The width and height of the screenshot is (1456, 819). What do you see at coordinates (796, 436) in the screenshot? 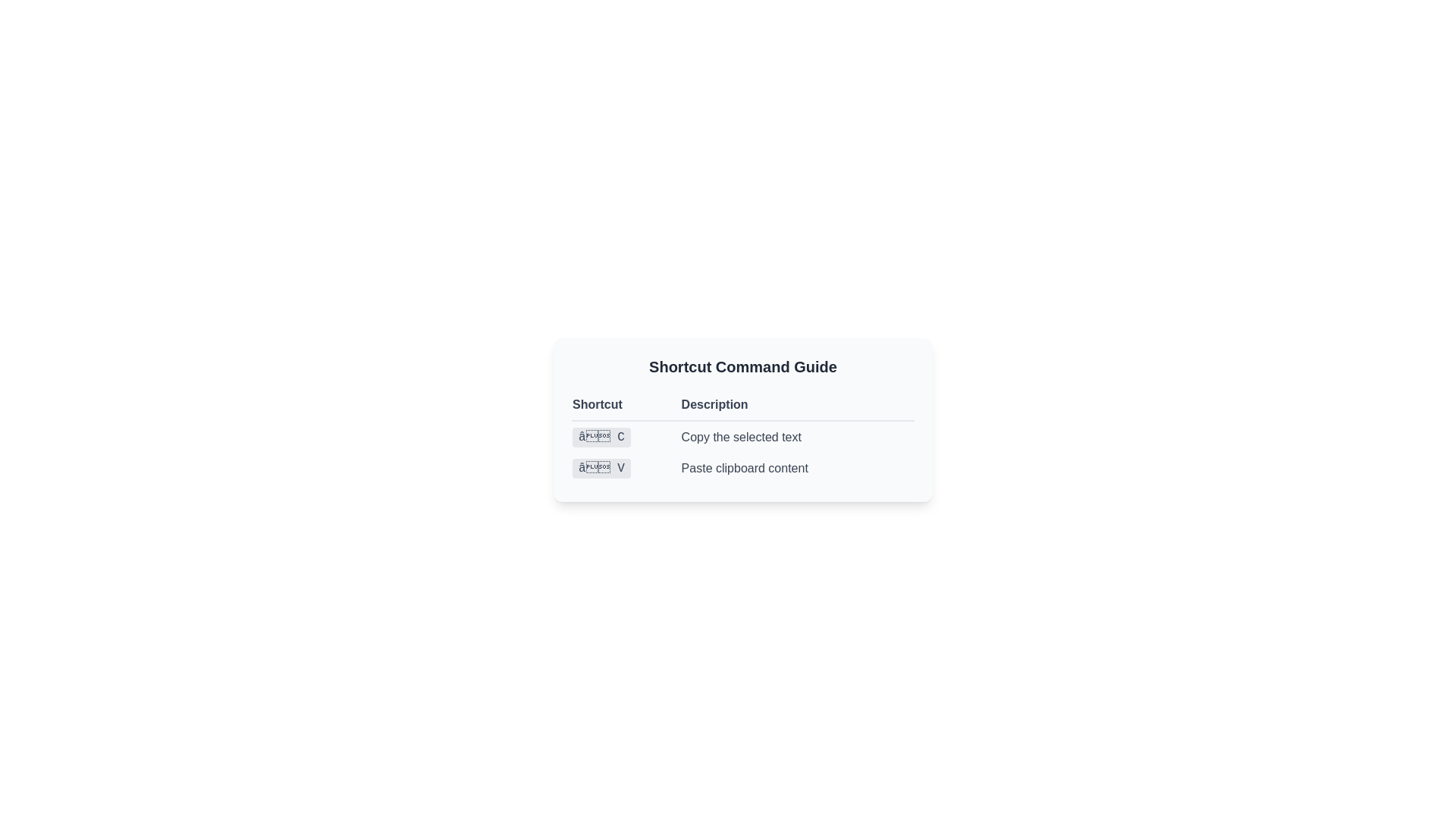
I see `the Text label in the 'Description' column of the command shortcut guide, which describes the shortcut key combination '⌘ C'` at bounding box center [796, 436].